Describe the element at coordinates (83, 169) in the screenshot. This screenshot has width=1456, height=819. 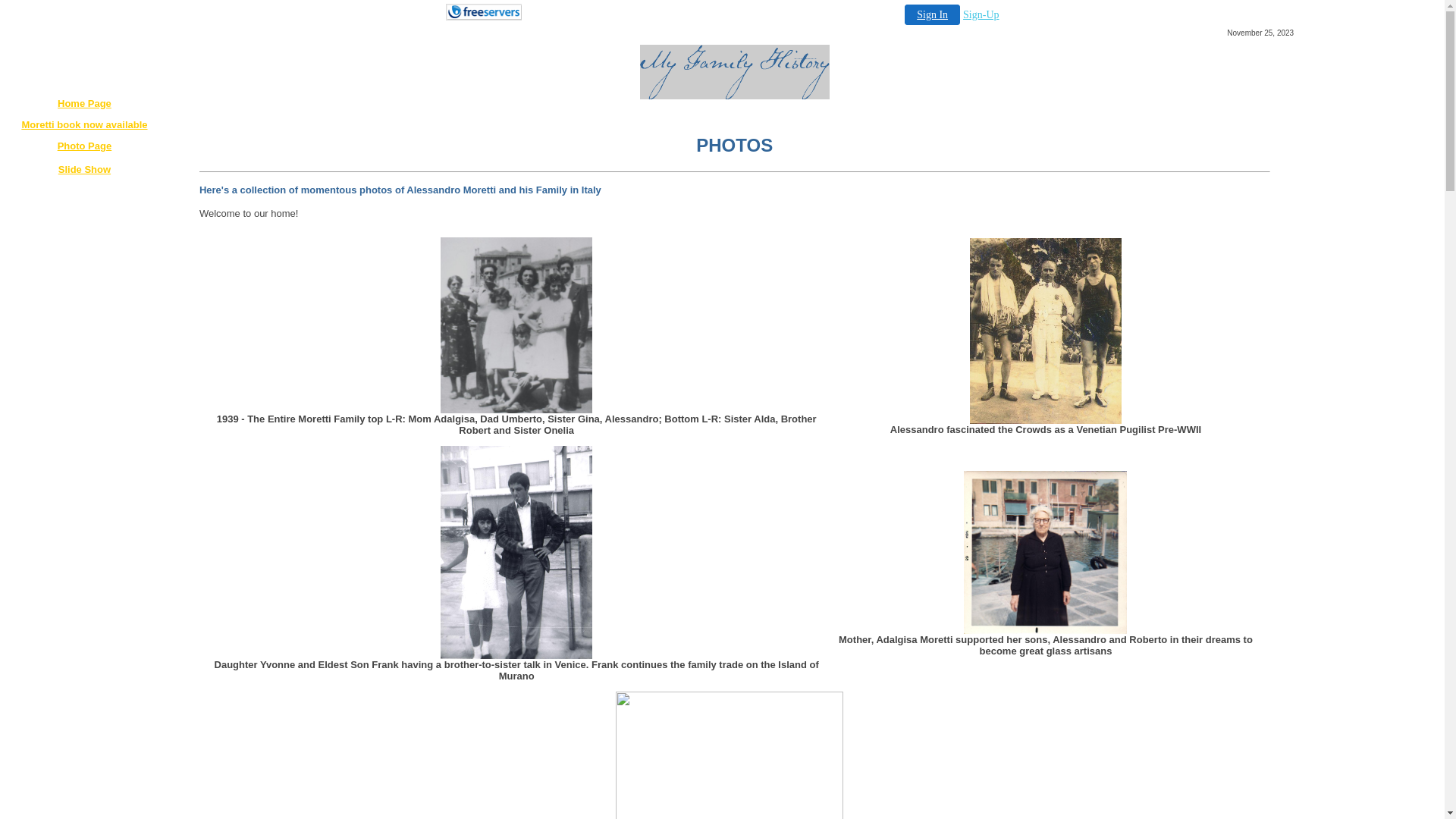
I see `'Slide Show'` at that location.